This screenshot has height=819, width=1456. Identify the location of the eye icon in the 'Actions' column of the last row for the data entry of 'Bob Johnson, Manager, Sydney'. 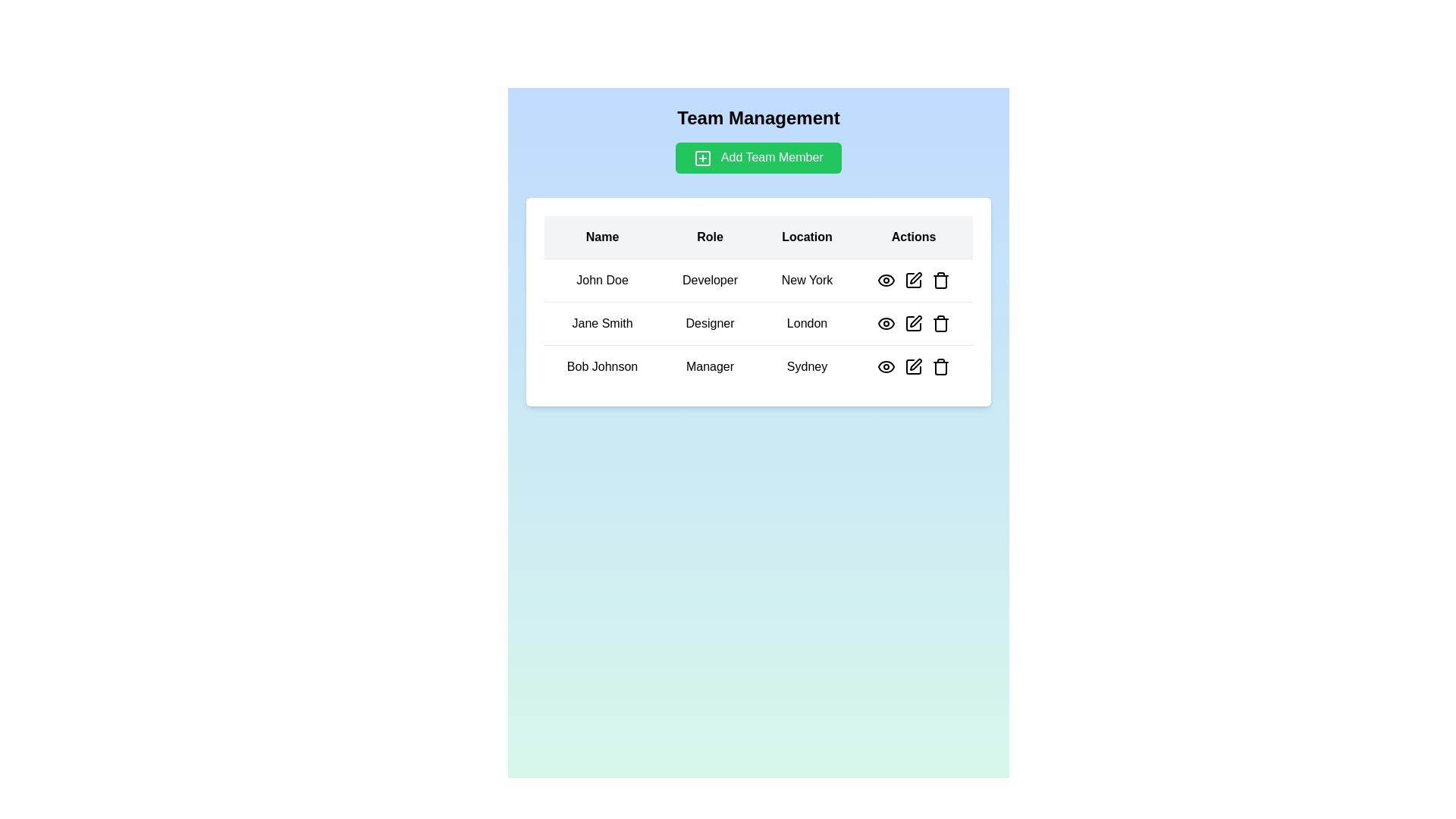
(912, 366).